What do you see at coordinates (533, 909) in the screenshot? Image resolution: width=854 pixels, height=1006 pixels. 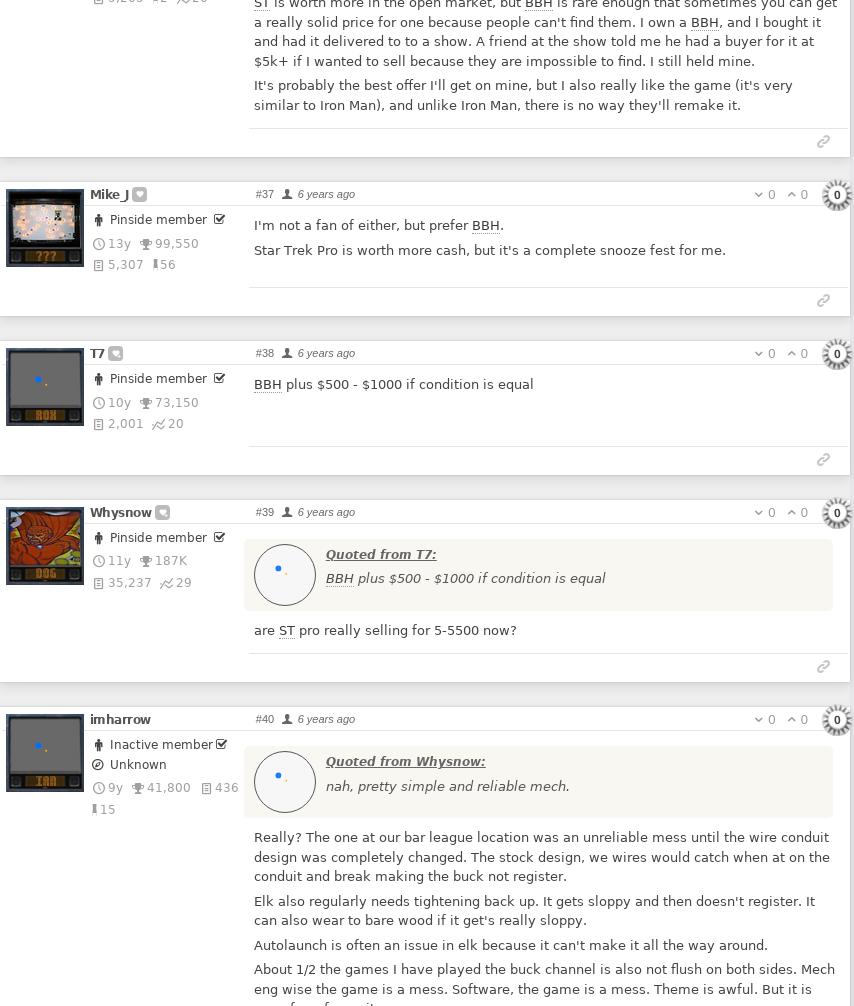 I see `'Elk also regularly needs tightening back up. It gets sloppy and then doesn't register. It can also wear to bare wood if it get's really sloppy.'` at bounding box center [533, 909].